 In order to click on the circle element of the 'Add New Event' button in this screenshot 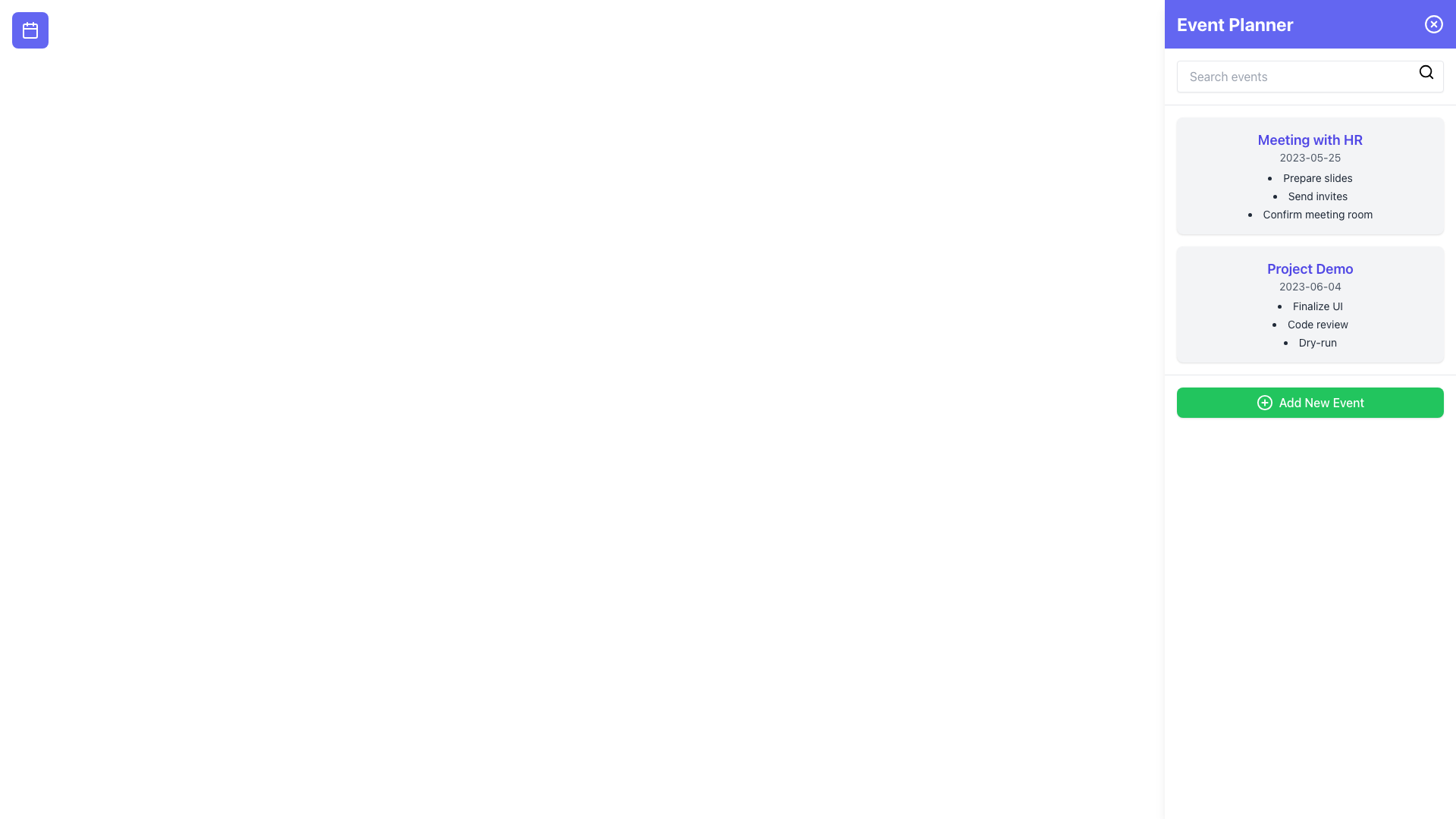, I will do `click(1264, 402)`.